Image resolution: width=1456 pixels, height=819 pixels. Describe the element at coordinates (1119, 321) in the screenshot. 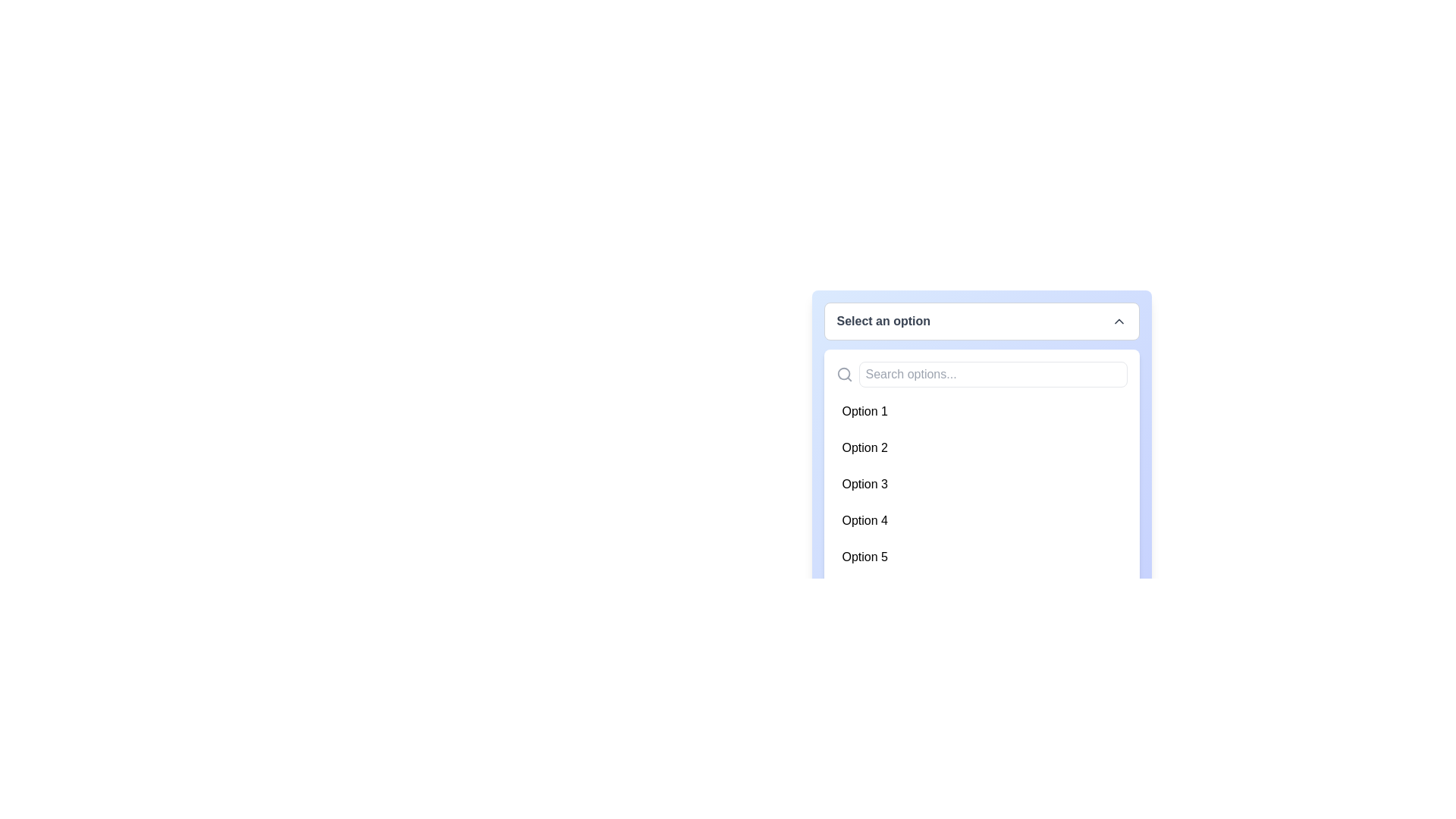

I see `the upward chevron icon located at the far right of the 'Select an option' dropdown header` at that location.